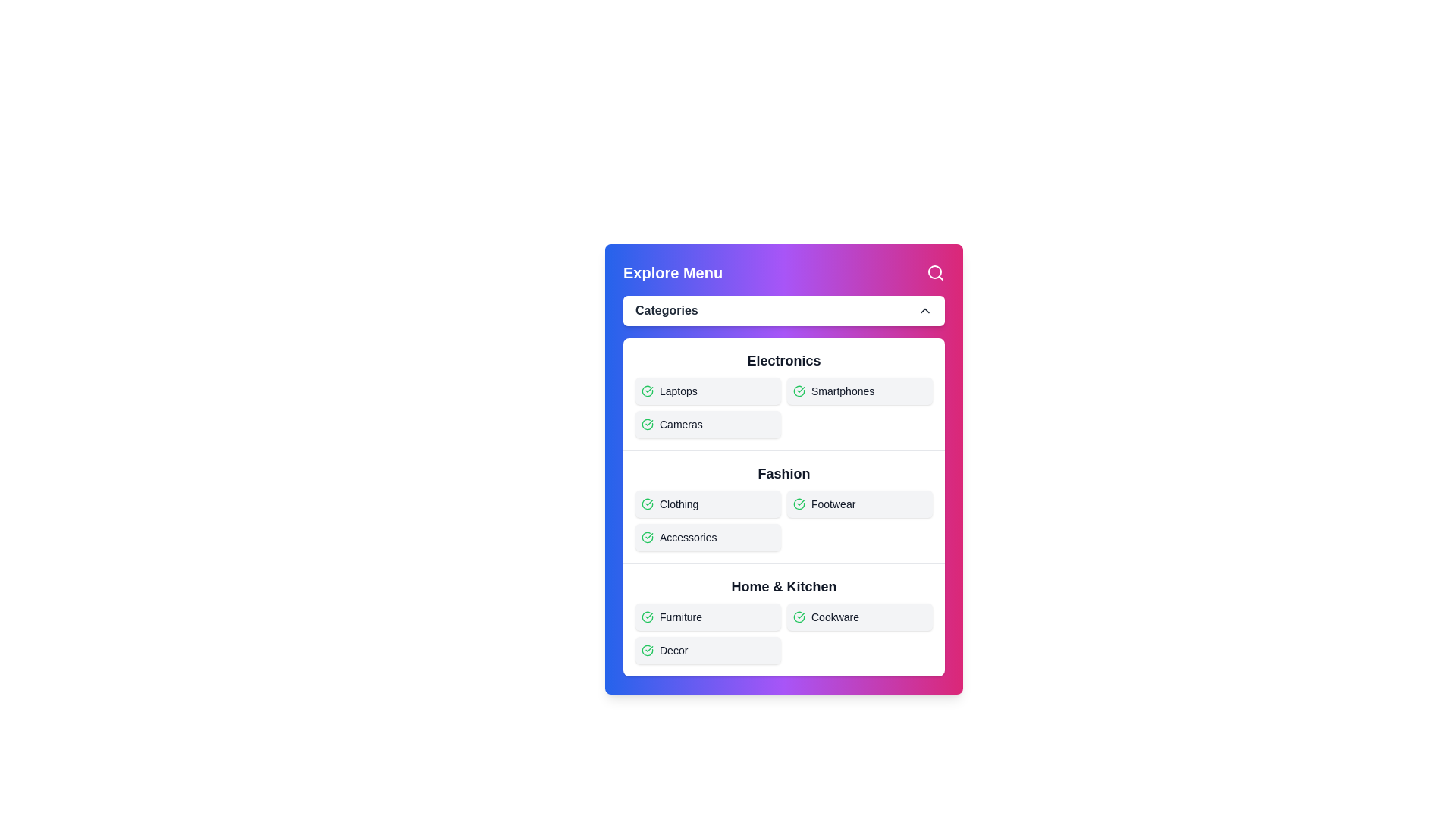 This screenshot has height=819, width=1456. I want to click on the 'Cameras' button in the 'Electronics' category, so click(708, 424).